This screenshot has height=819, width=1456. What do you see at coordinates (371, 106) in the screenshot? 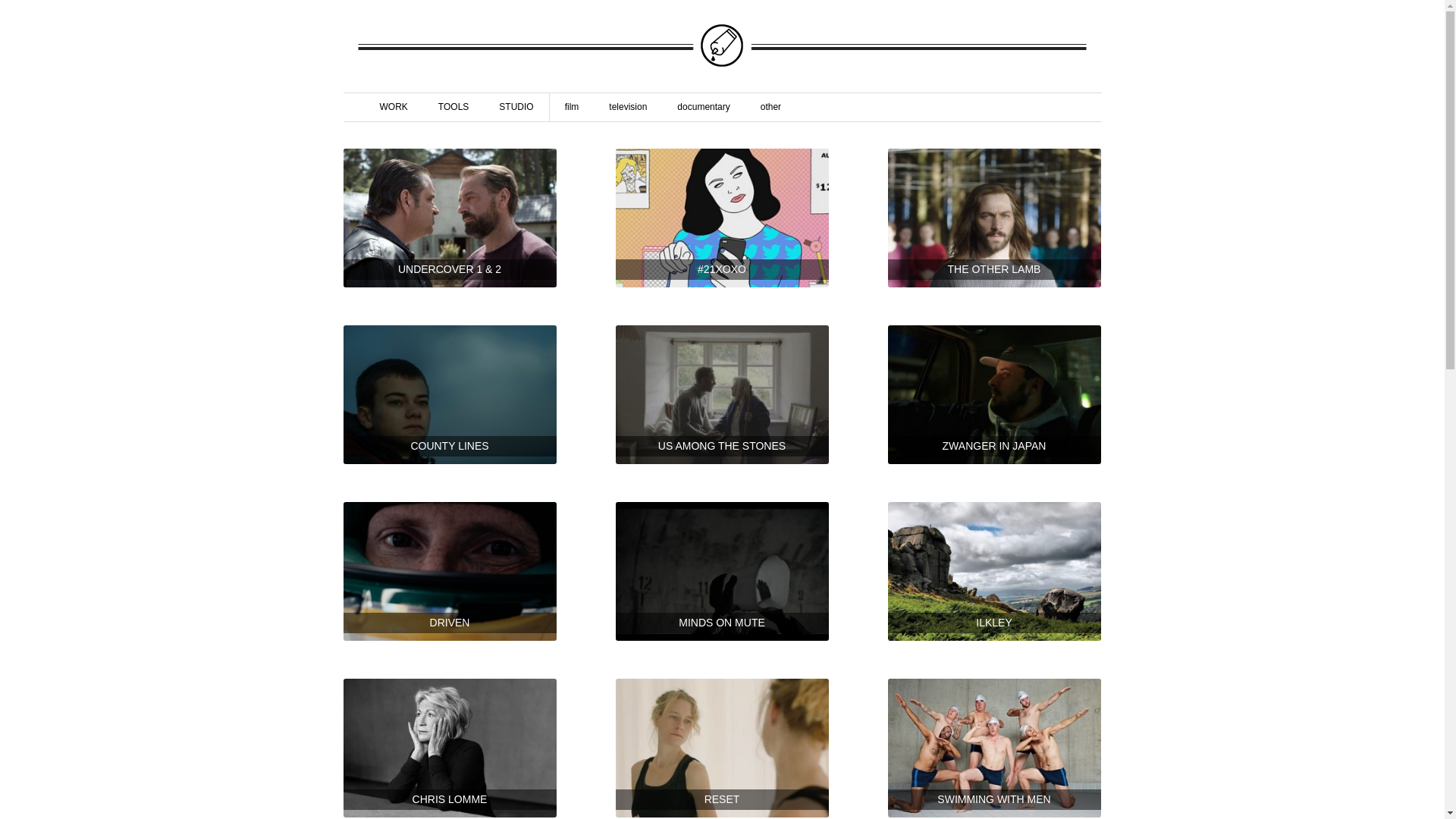
I see `'WORK'` at bounding box center [371, 106].